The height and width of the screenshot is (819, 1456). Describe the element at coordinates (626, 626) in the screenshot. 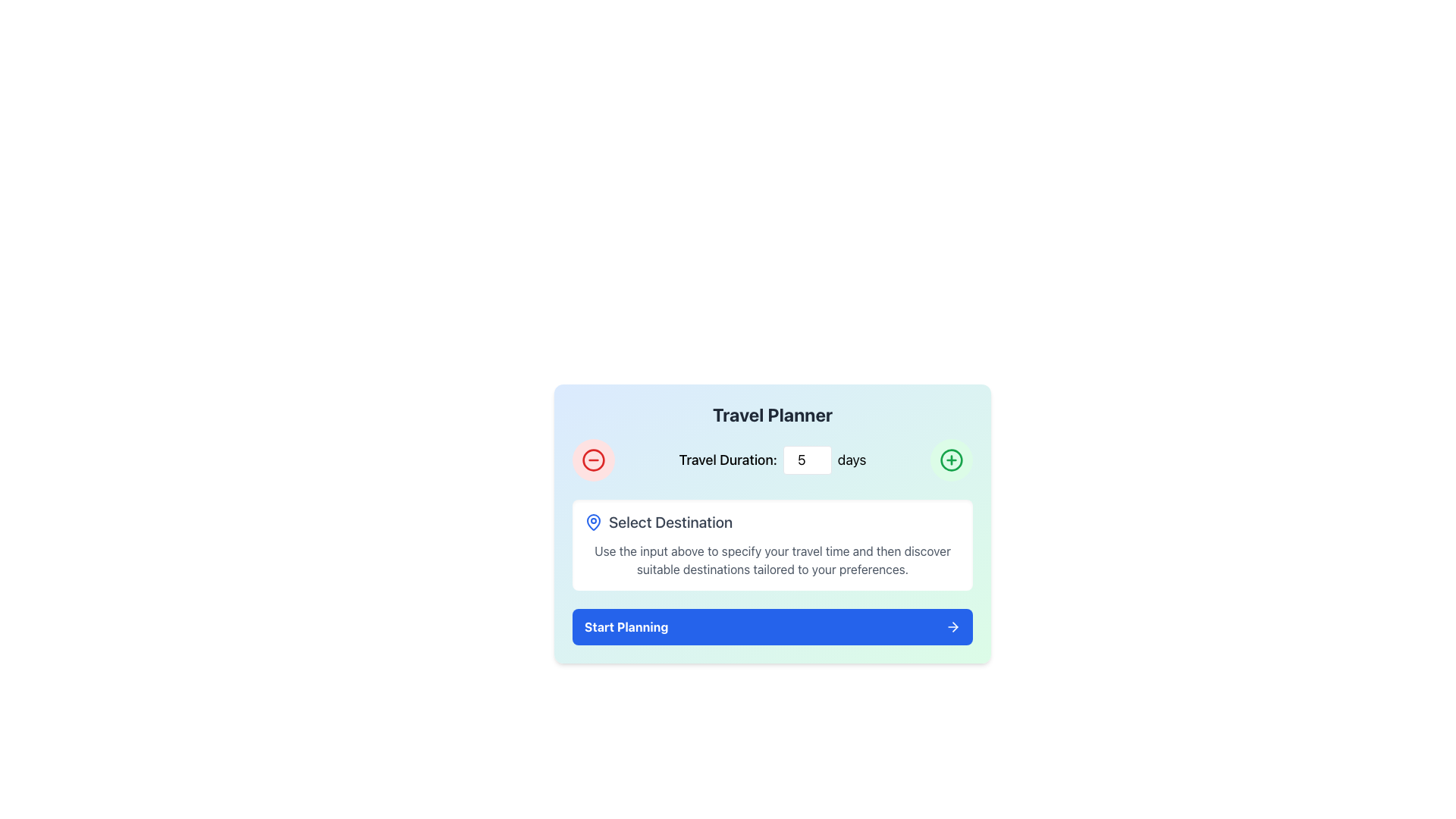

I see `the blue rectangular button labeled 'Start Planning' located towards the bottom of the interface` at that location.